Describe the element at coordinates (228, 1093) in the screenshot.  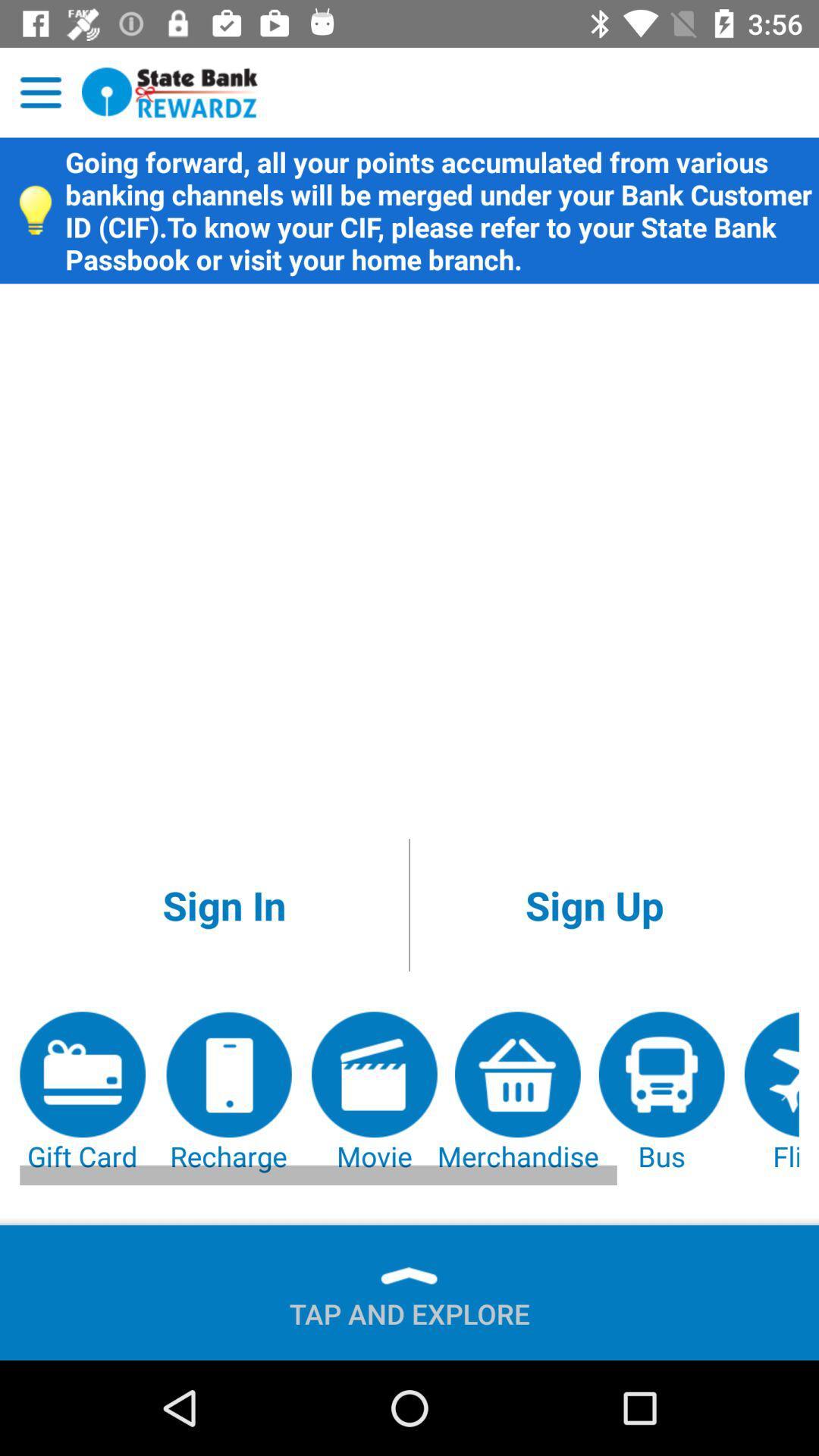
I see `app next to the gift card icon` at that location.